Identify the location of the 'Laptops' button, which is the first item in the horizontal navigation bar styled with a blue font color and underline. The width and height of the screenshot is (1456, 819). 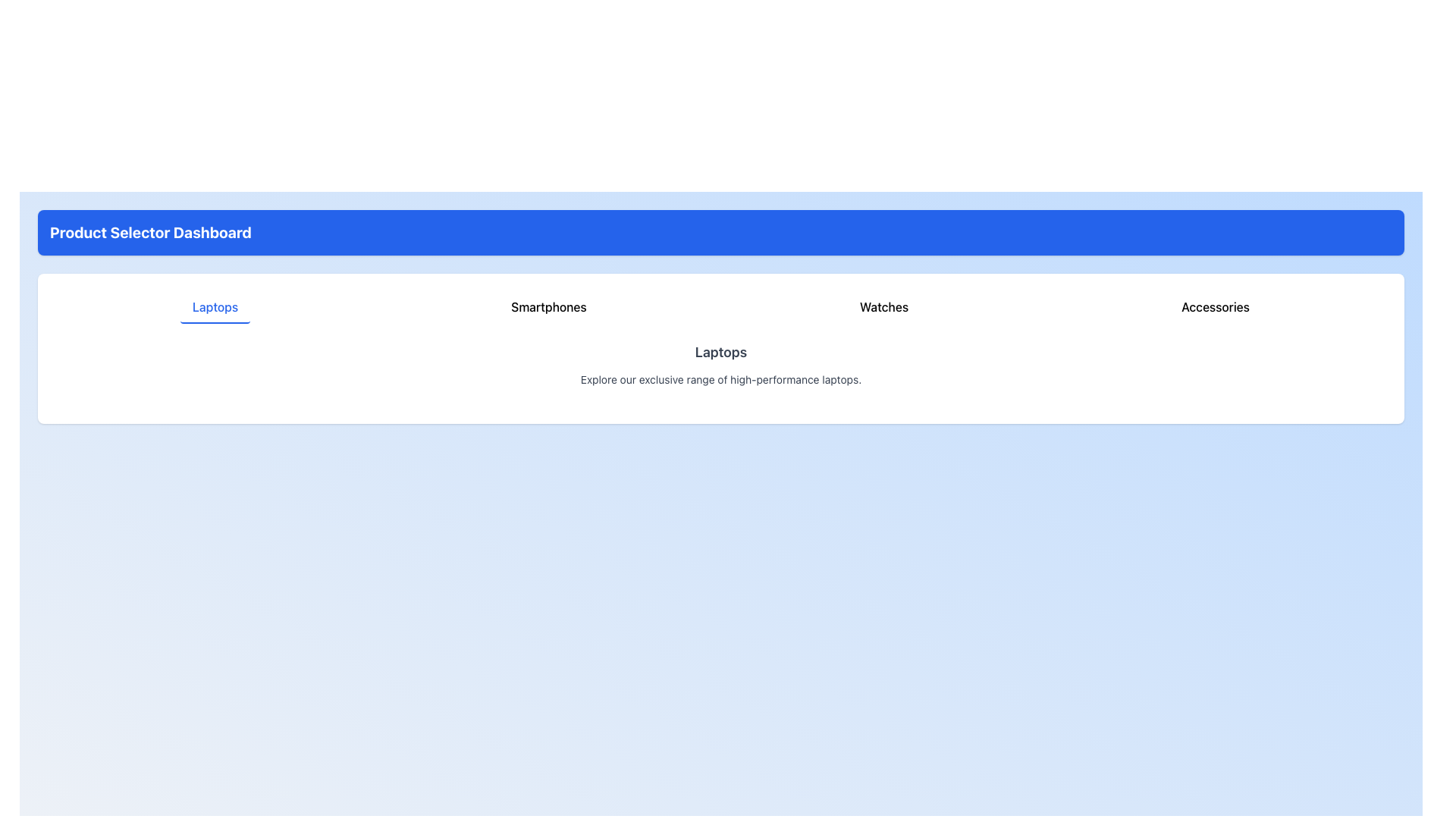
(215, 307).